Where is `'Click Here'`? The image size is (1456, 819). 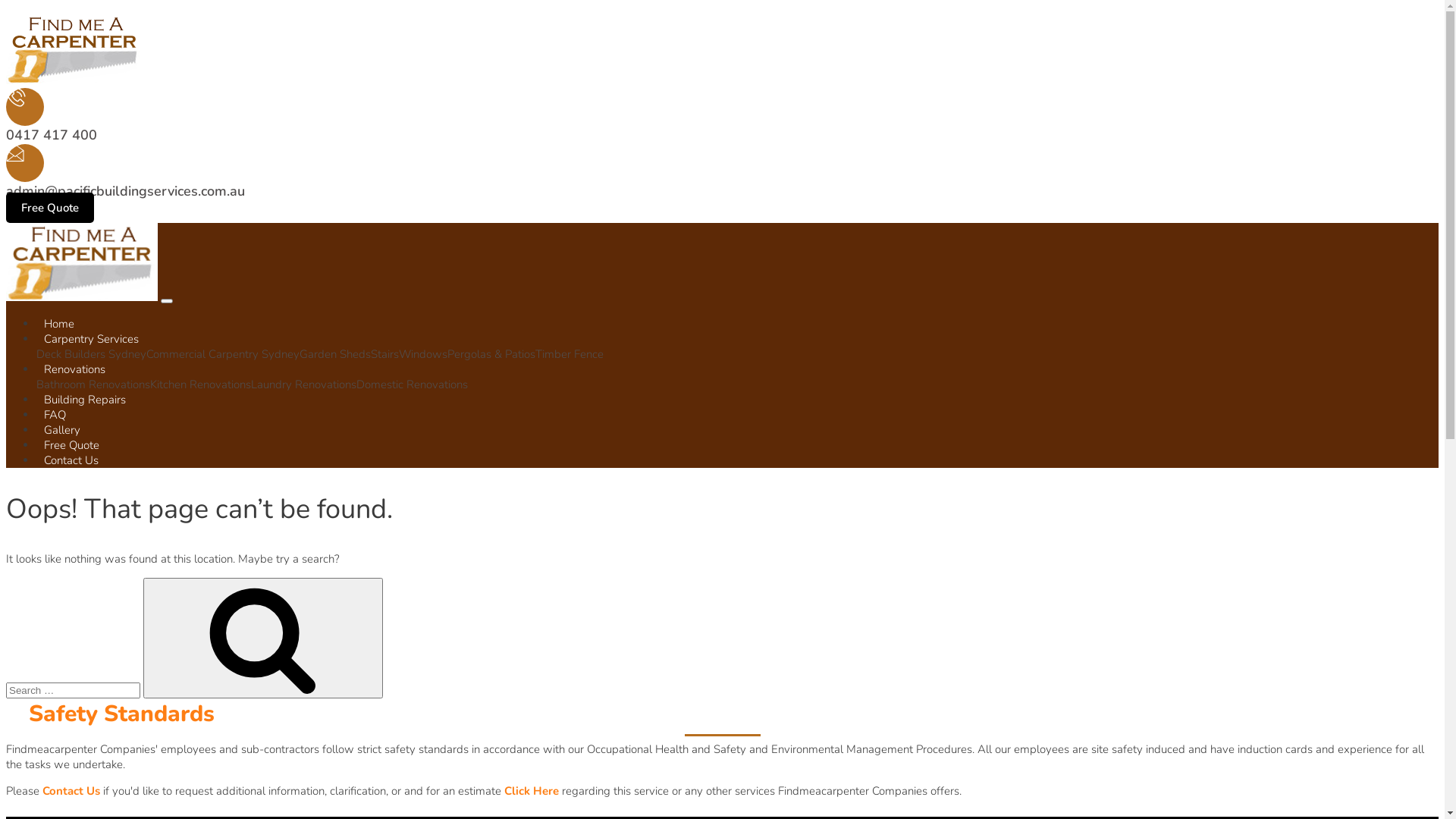 'Click Here' is located at coordinates (531, 789).